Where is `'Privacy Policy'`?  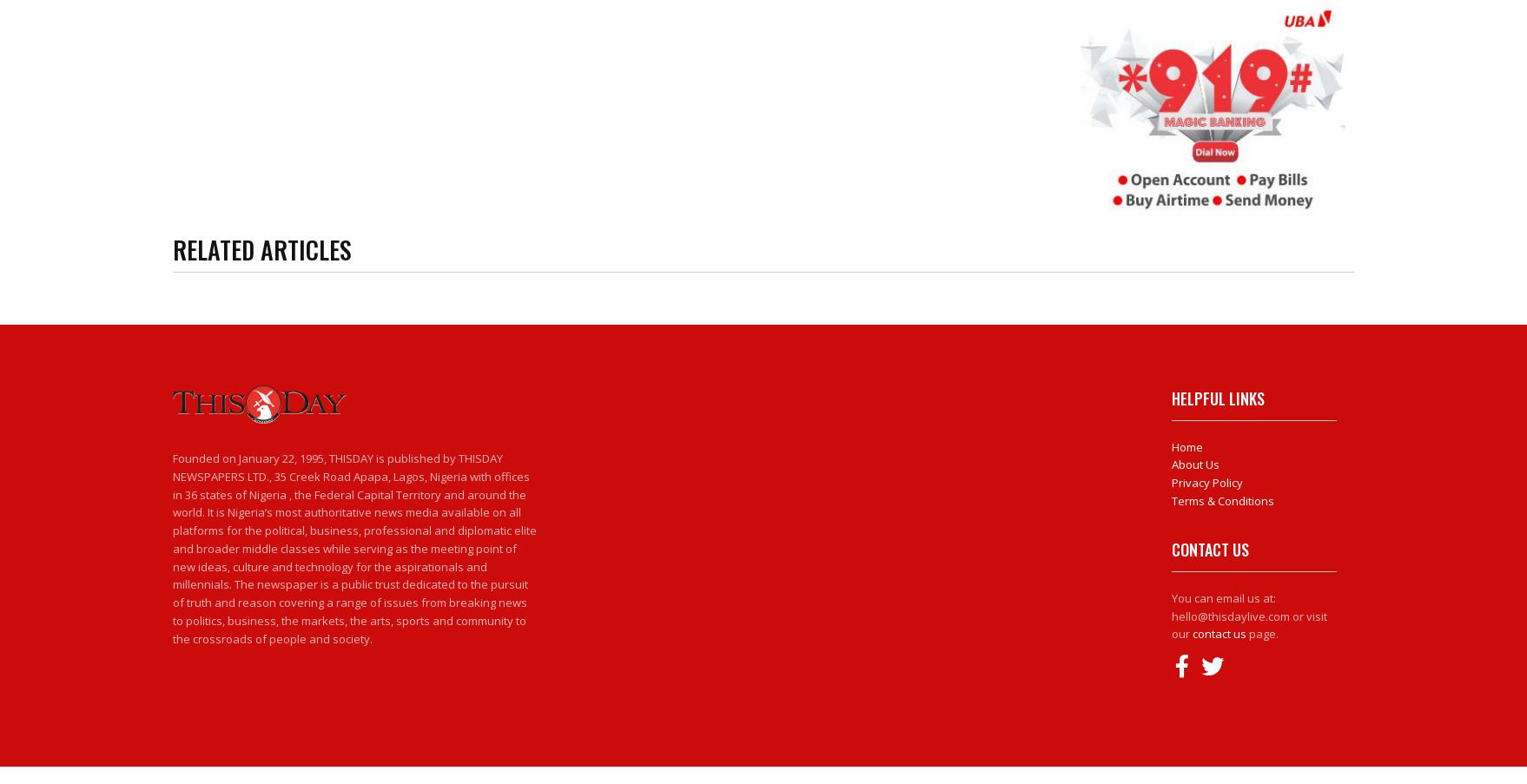
'Privacy Policy' is located at coordinates (1206, 481).